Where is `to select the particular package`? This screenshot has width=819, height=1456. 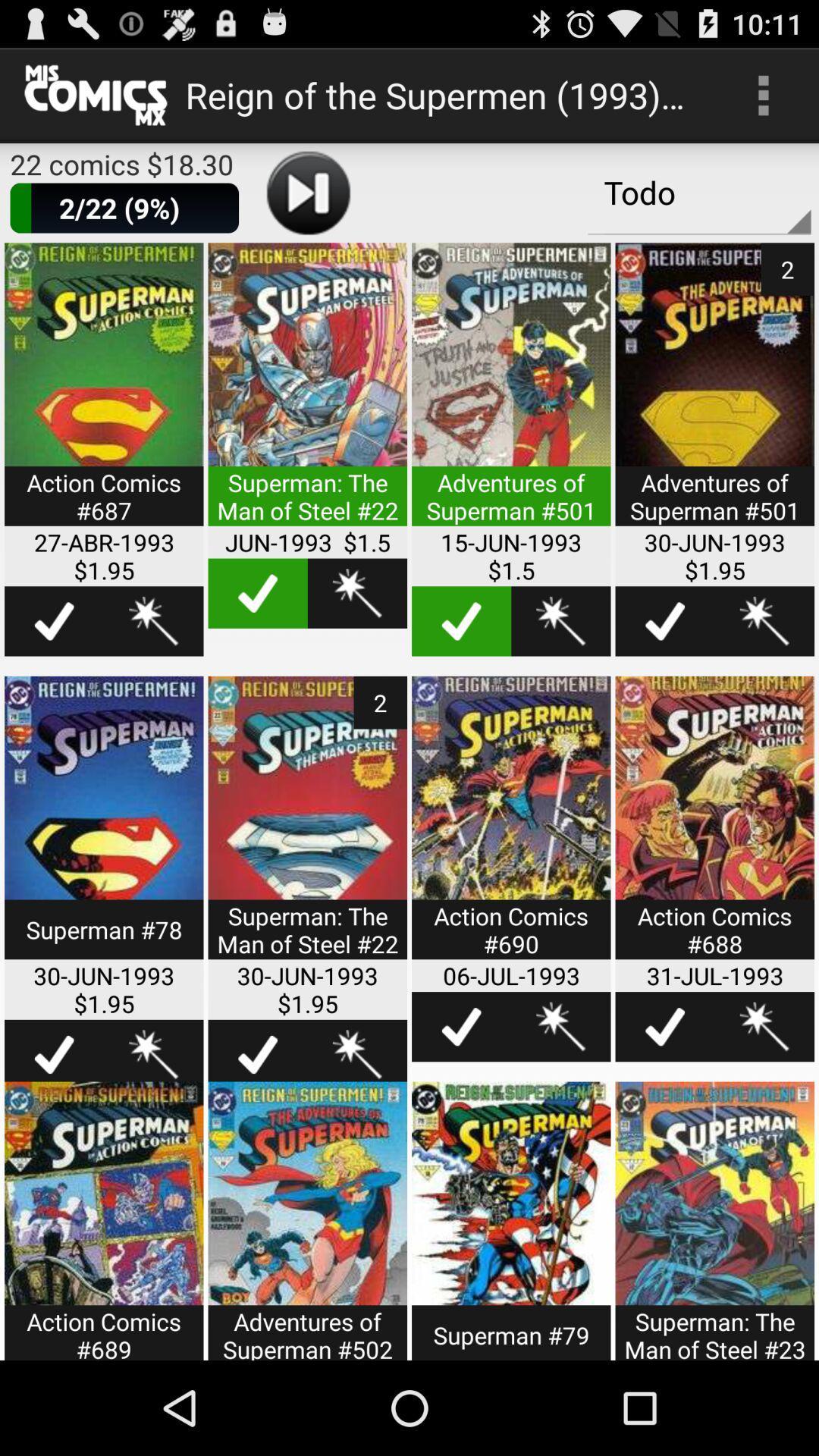 to select the particular package is located at coordinates (103, 394).